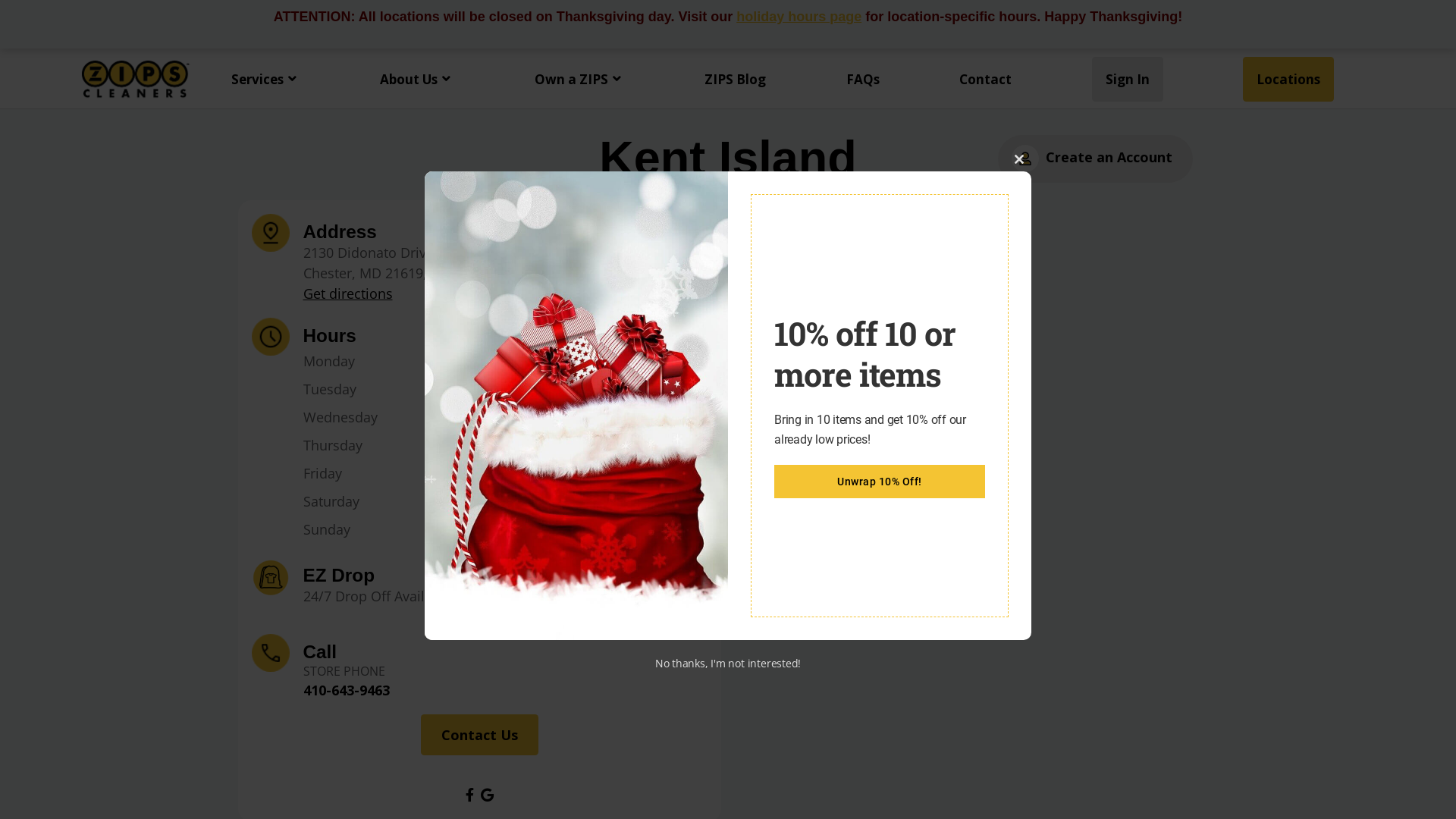 The width and height of the screenshot is (1456, 819). I want to click on 'Unwrap 10% Off!', so click(880, 482).